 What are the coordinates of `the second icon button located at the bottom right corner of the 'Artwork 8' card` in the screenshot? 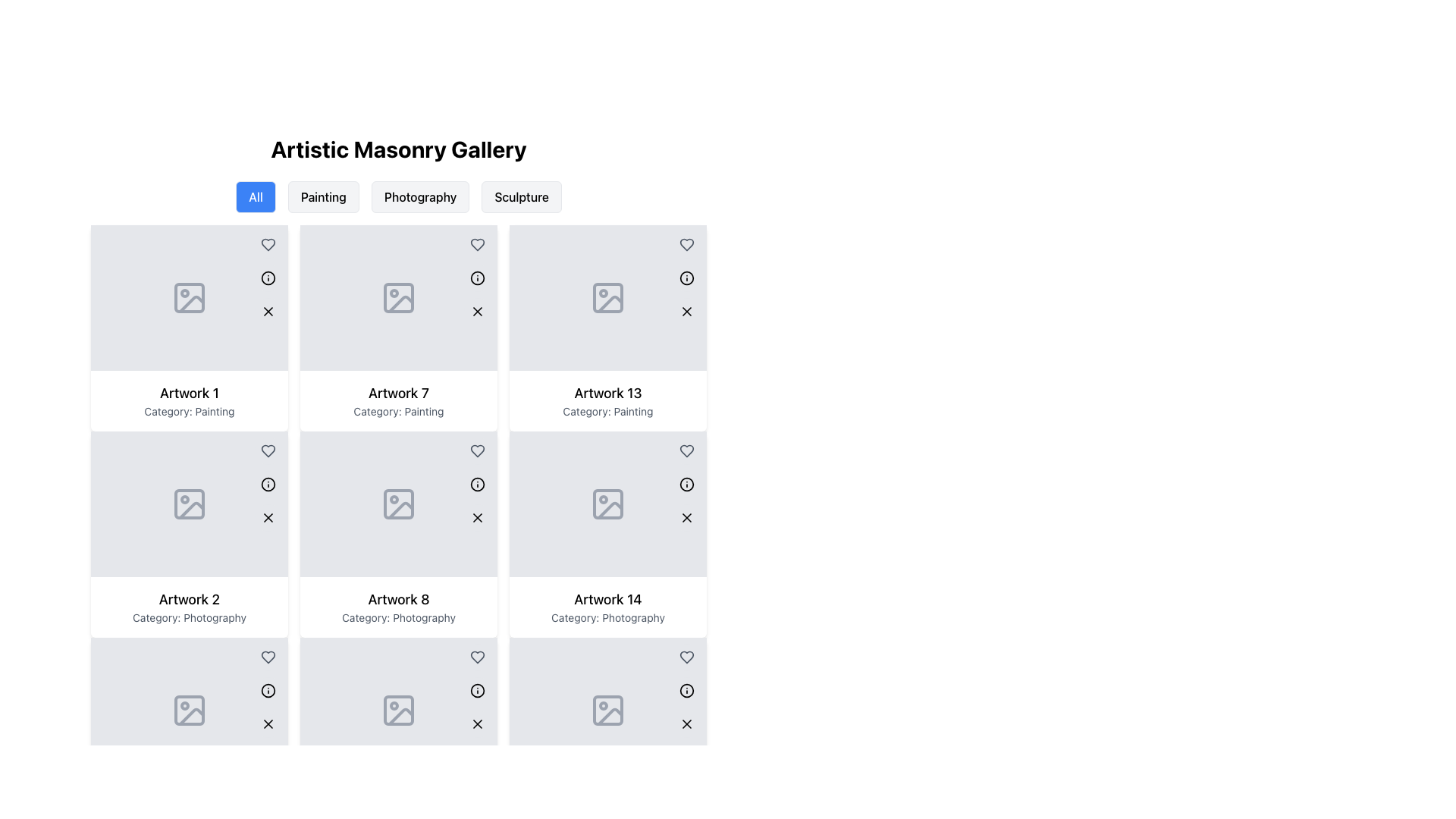 It's located at (476, 690).